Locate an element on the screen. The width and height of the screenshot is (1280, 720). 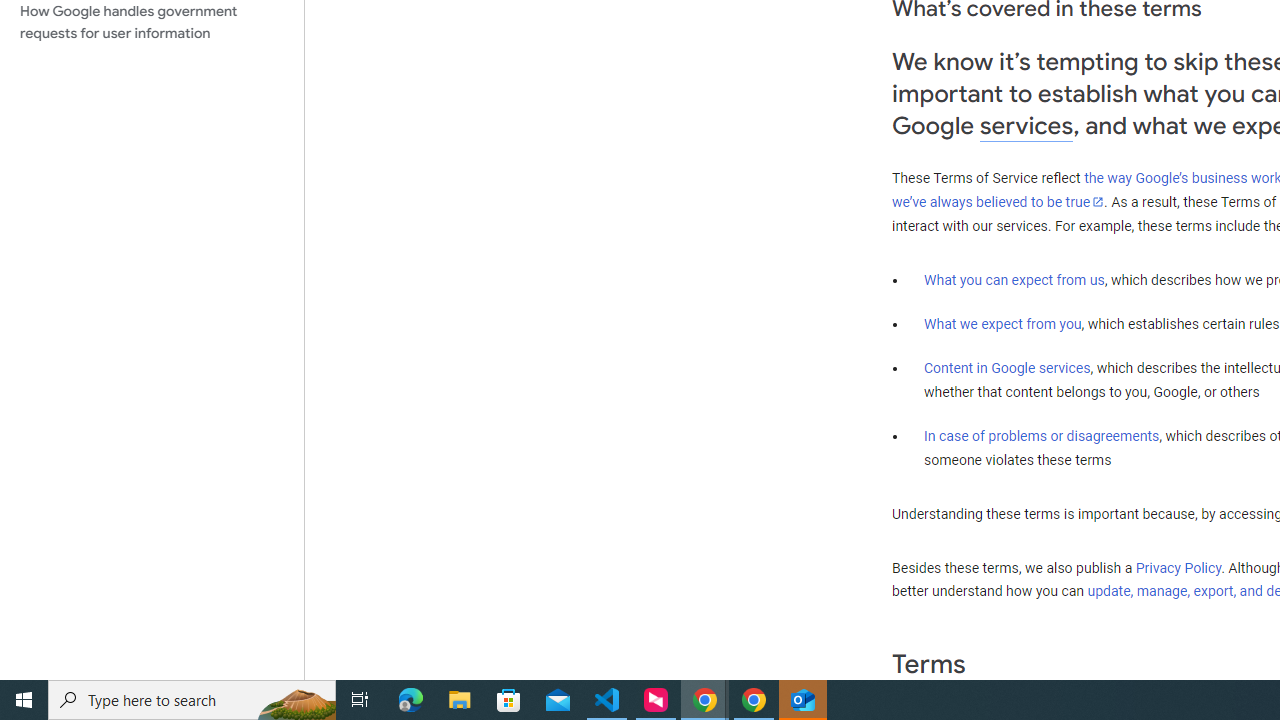
'What we expect from you' is located at coordinates (1002, 323).